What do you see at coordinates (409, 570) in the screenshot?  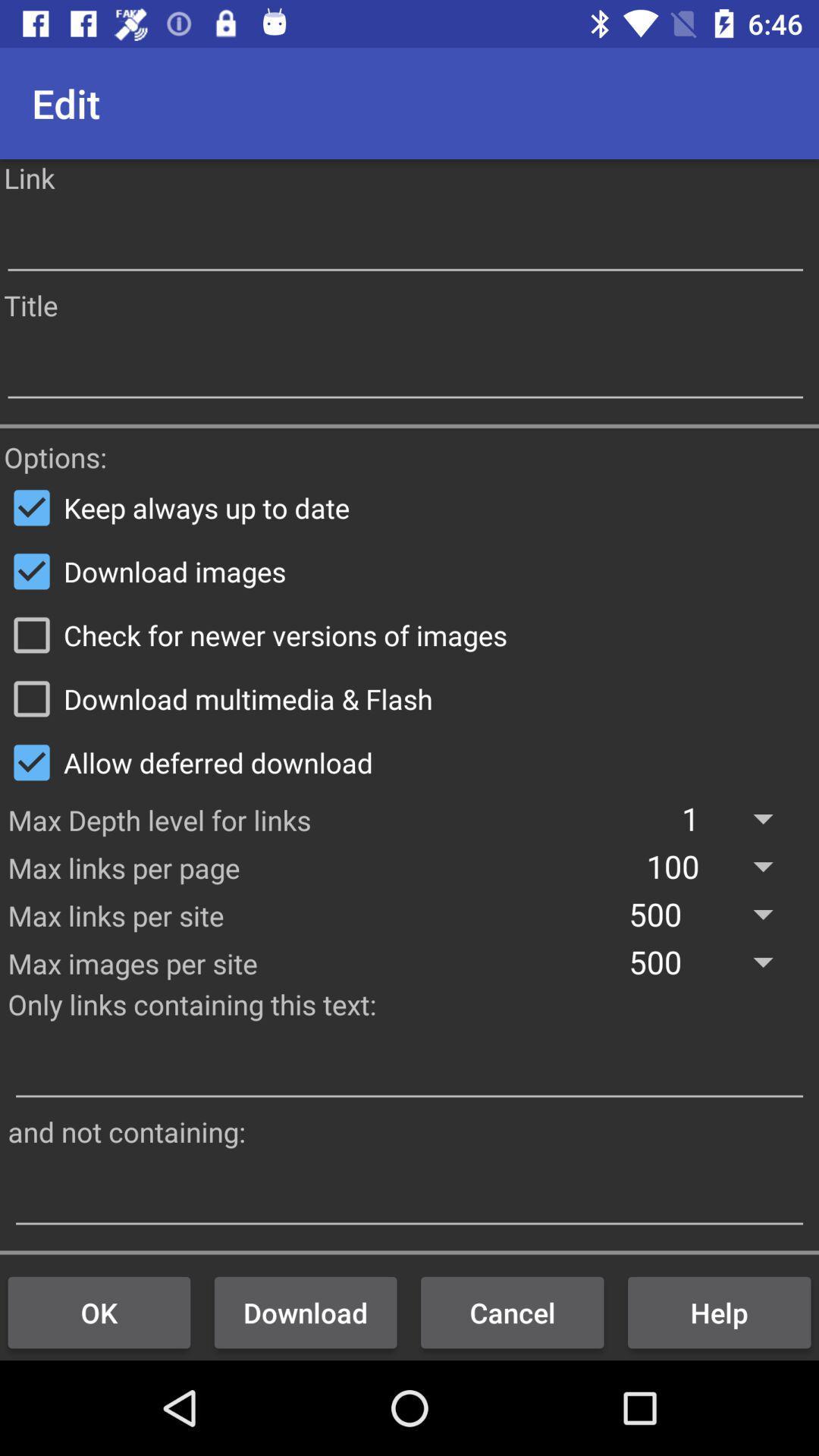 I see `download images checkbox` at bounding box center [409, 570].